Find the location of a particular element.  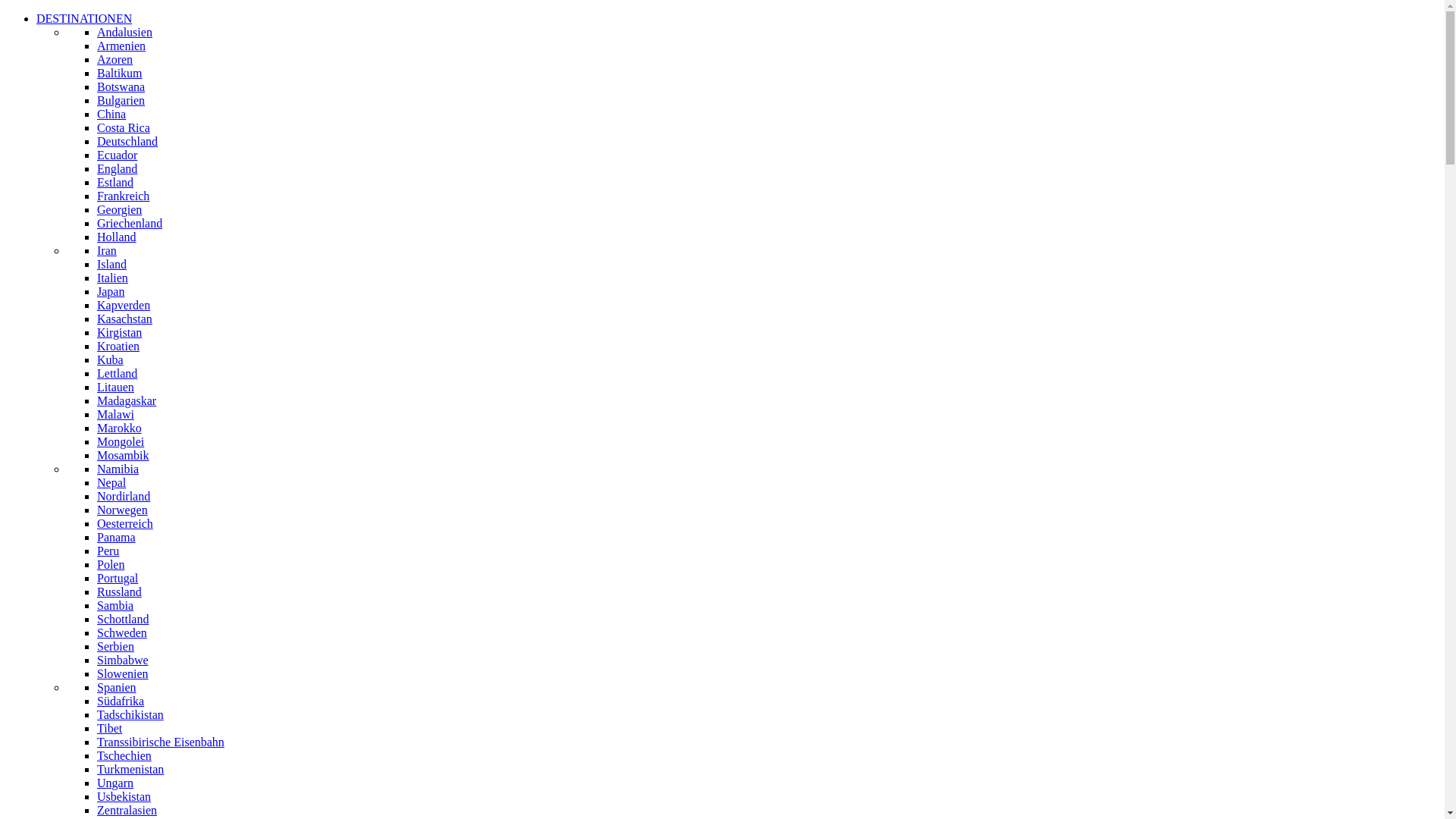

'Russland' is located at coordinates (118, 591).